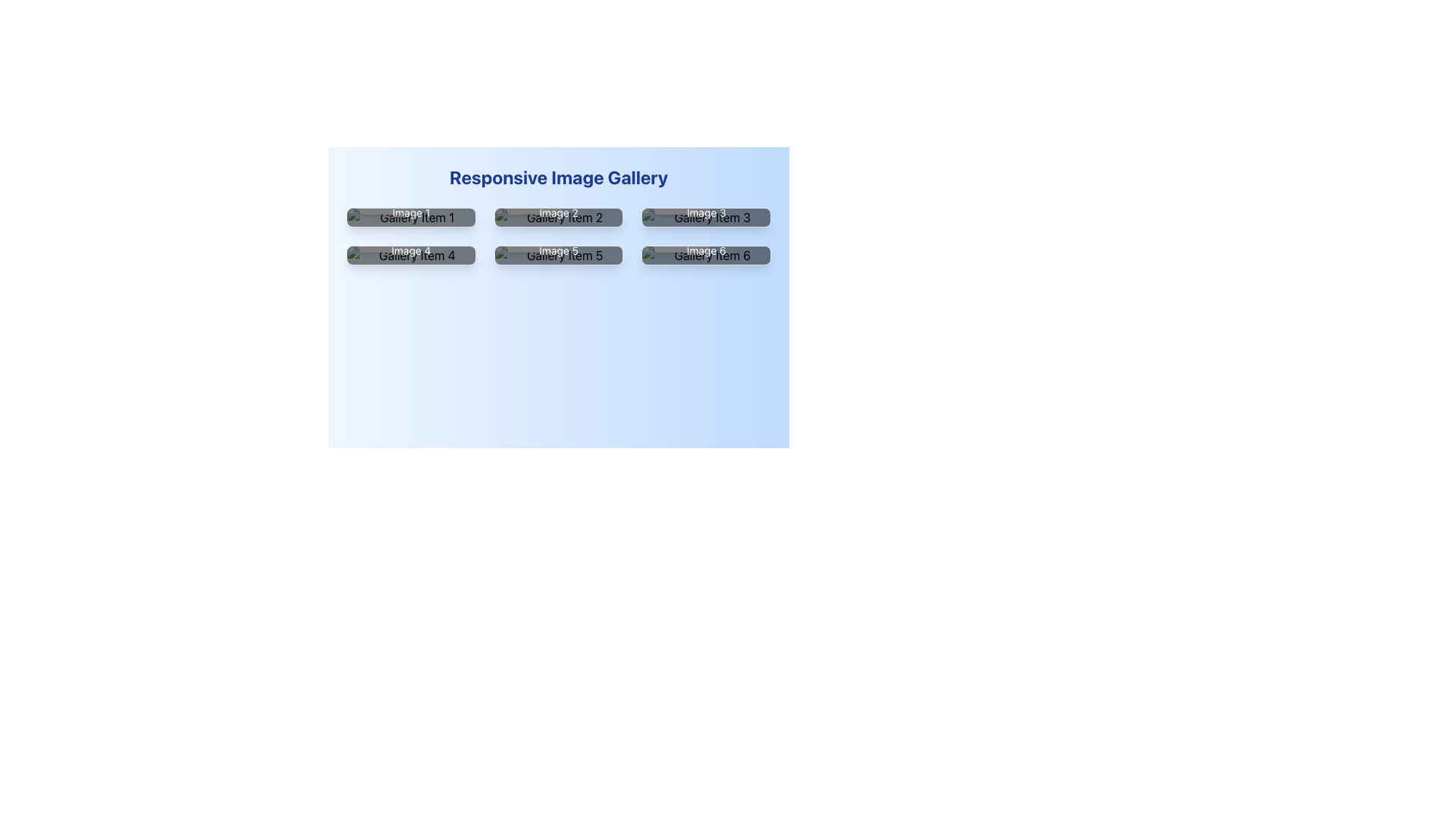 The image size is (1456, 819). I want to click on the downward-pointing chevron icon, so click(669, 219).